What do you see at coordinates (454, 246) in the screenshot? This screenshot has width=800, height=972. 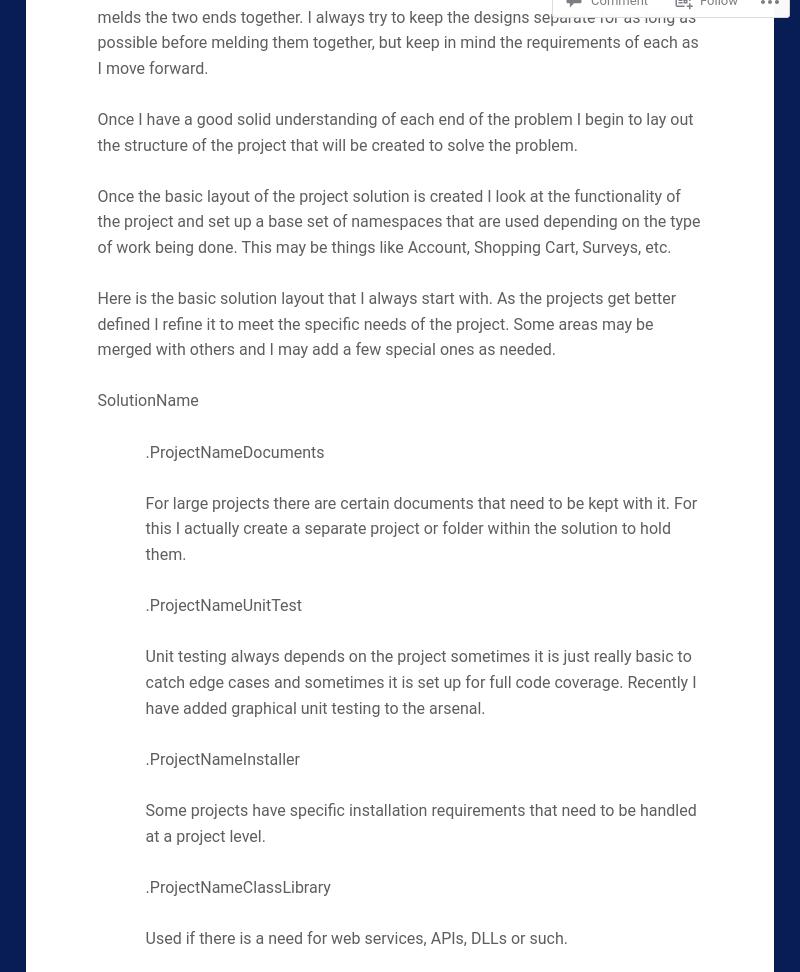 I see `'This may be things like Account, Shopping Cart, Surveys, etc.'` at bounding box center [454, 246].